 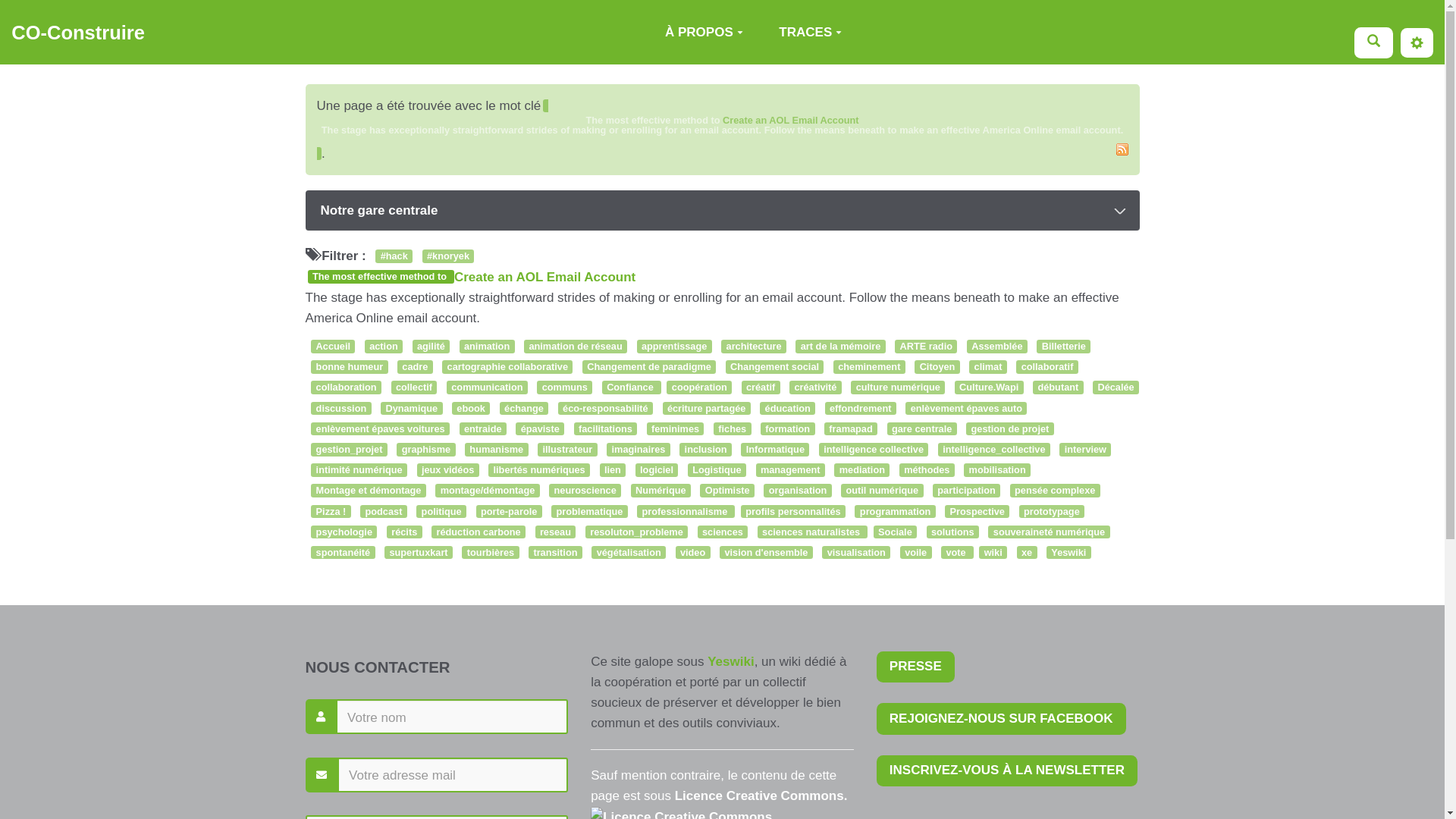 What do you see at coordinates (895, 346) in the screenshot?
I see `'ARTE radio'` at bounding box center [895, 346].